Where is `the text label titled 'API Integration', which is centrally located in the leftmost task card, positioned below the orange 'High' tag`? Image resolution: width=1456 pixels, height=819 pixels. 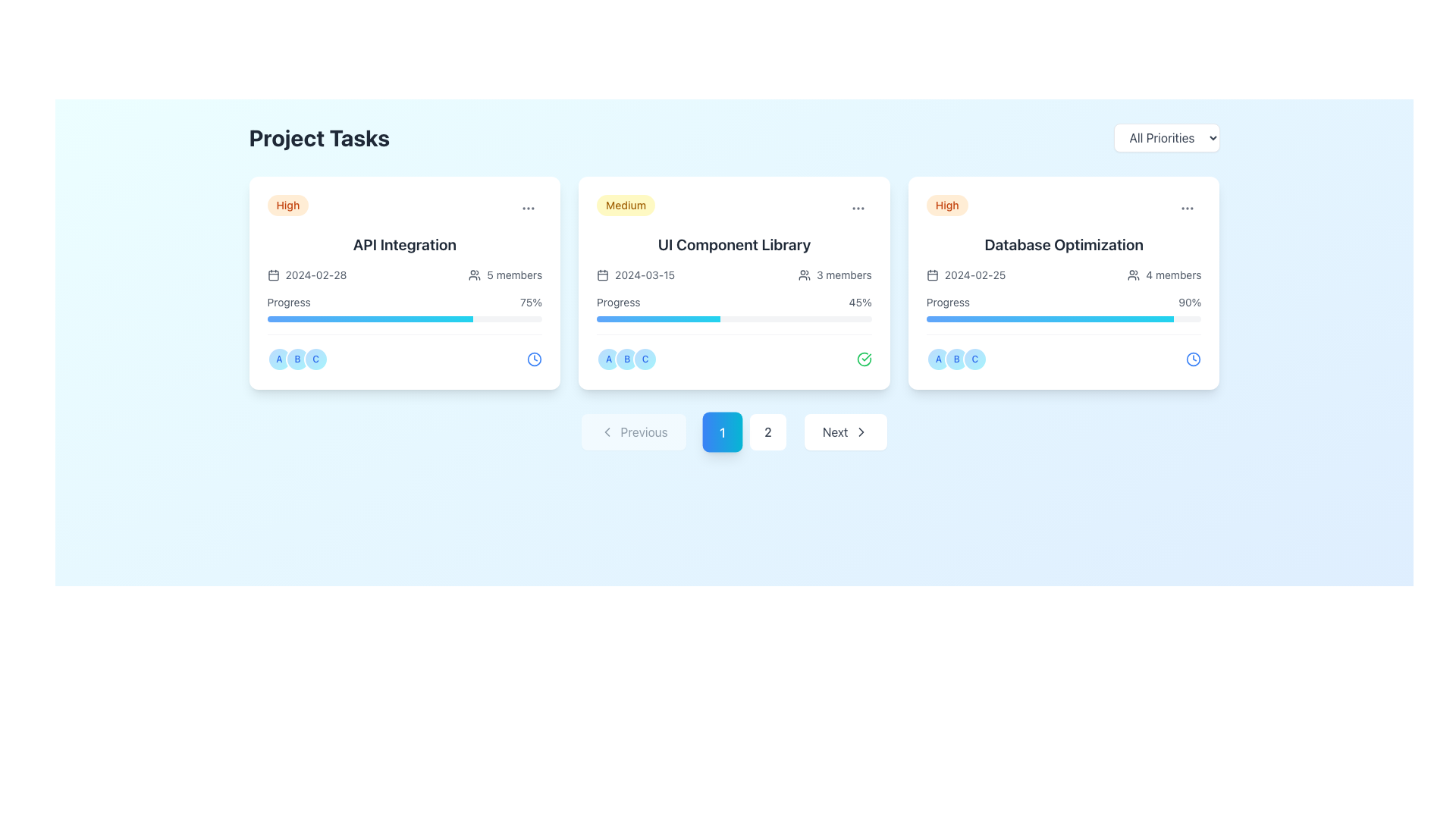
the text label titled 'API Integration', which is centrally located in the leftmost task card, positioned below the orange 'High' tag is located at coordinates (404, 244).